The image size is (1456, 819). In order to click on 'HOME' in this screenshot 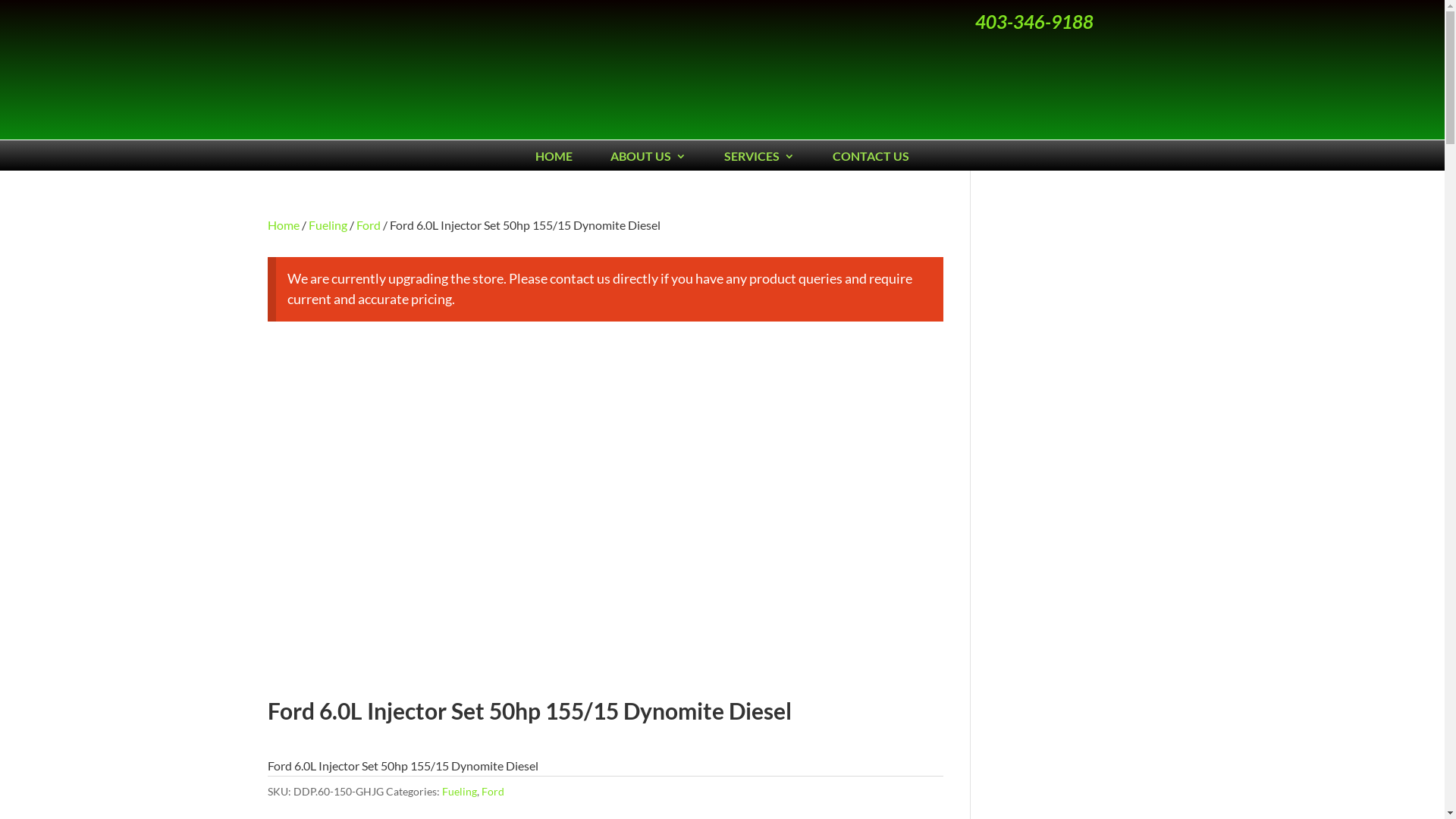, I will do `click(535, 158)`.